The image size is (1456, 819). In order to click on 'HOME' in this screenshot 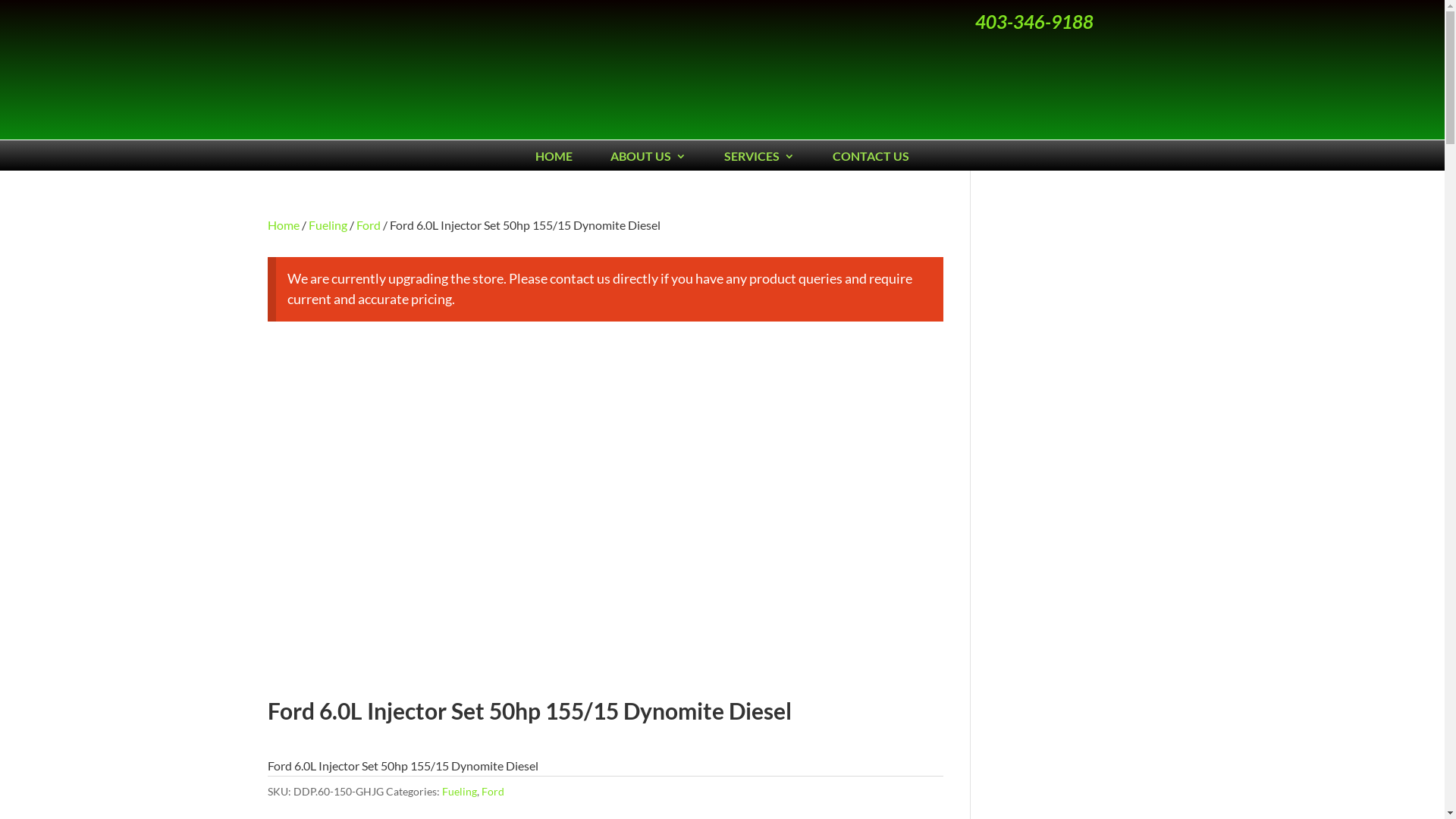, I will do `click(535, 158)`.